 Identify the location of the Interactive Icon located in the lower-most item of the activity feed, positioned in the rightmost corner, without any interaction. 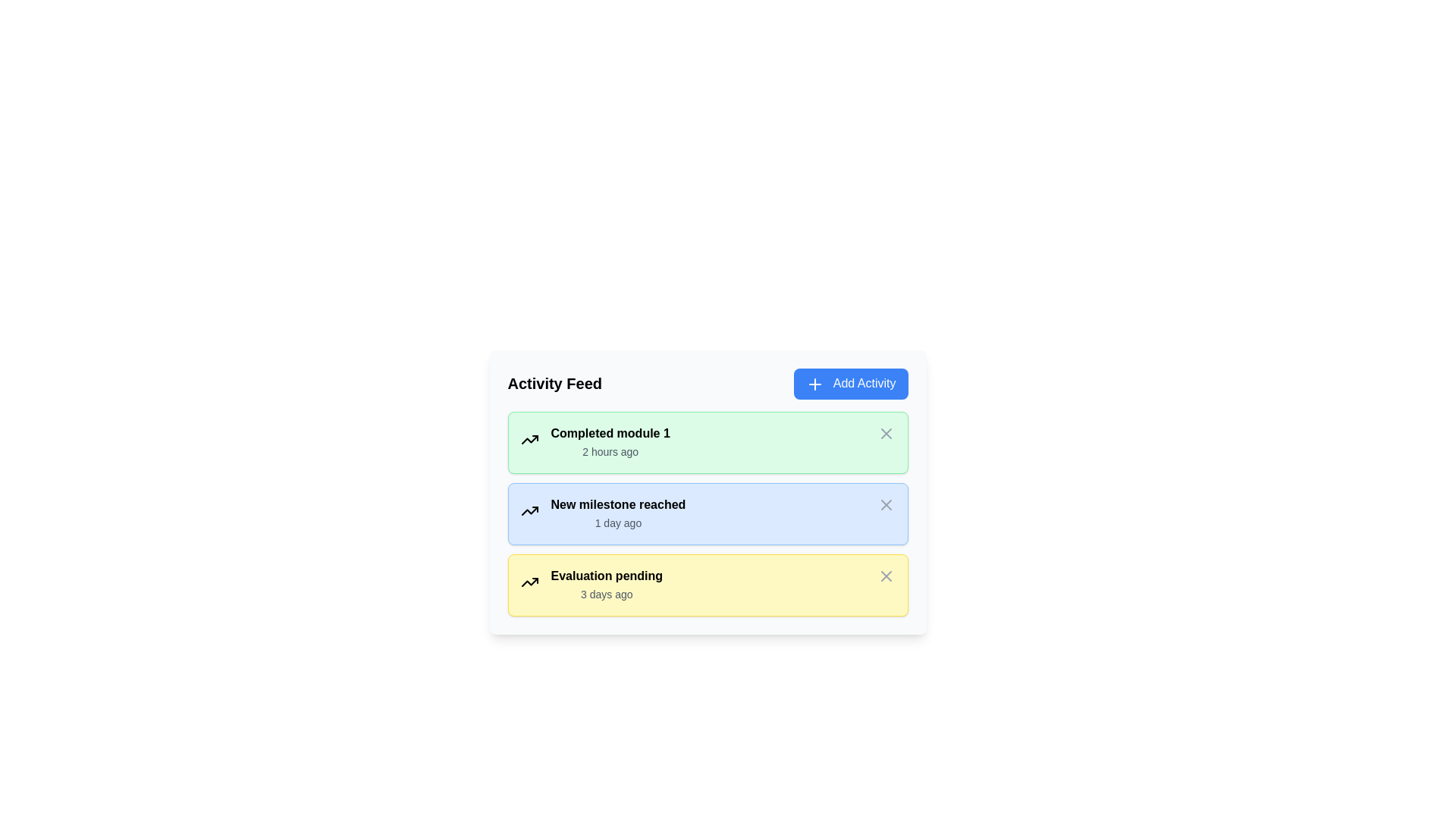
(886, 576).